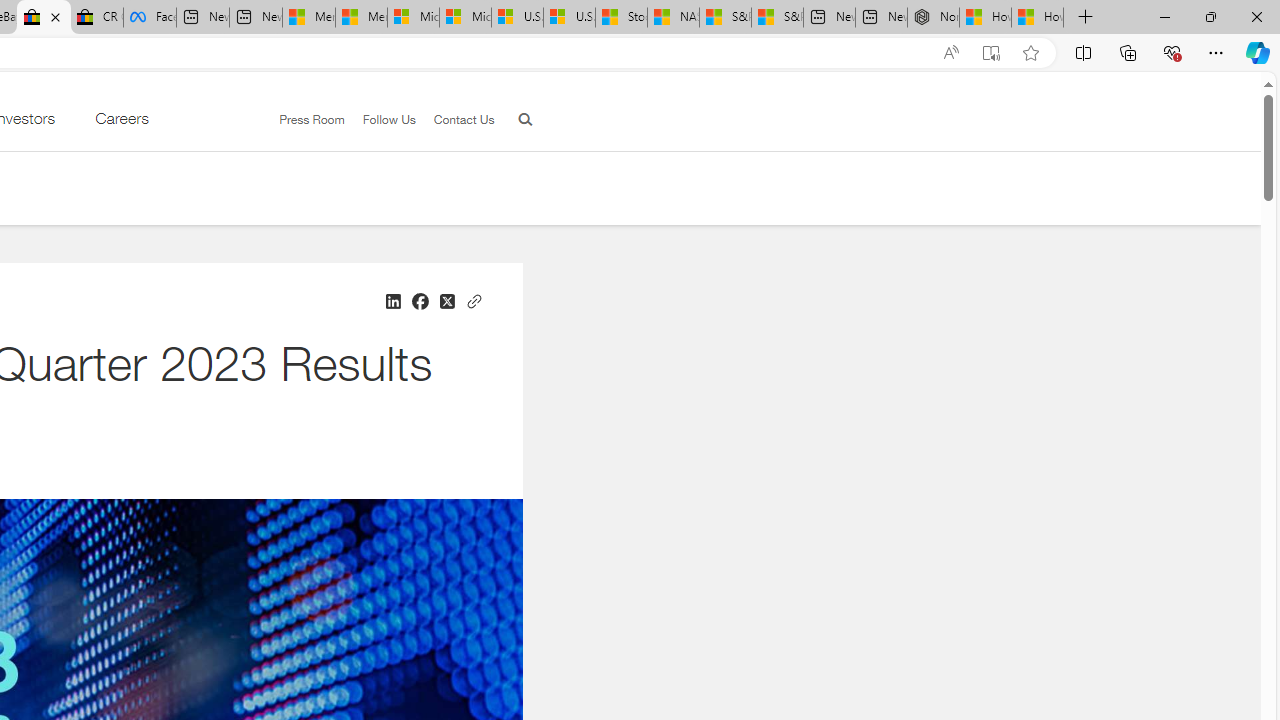  I want to click on 'Settings and more (Alt+F)', so click(1215, 51).